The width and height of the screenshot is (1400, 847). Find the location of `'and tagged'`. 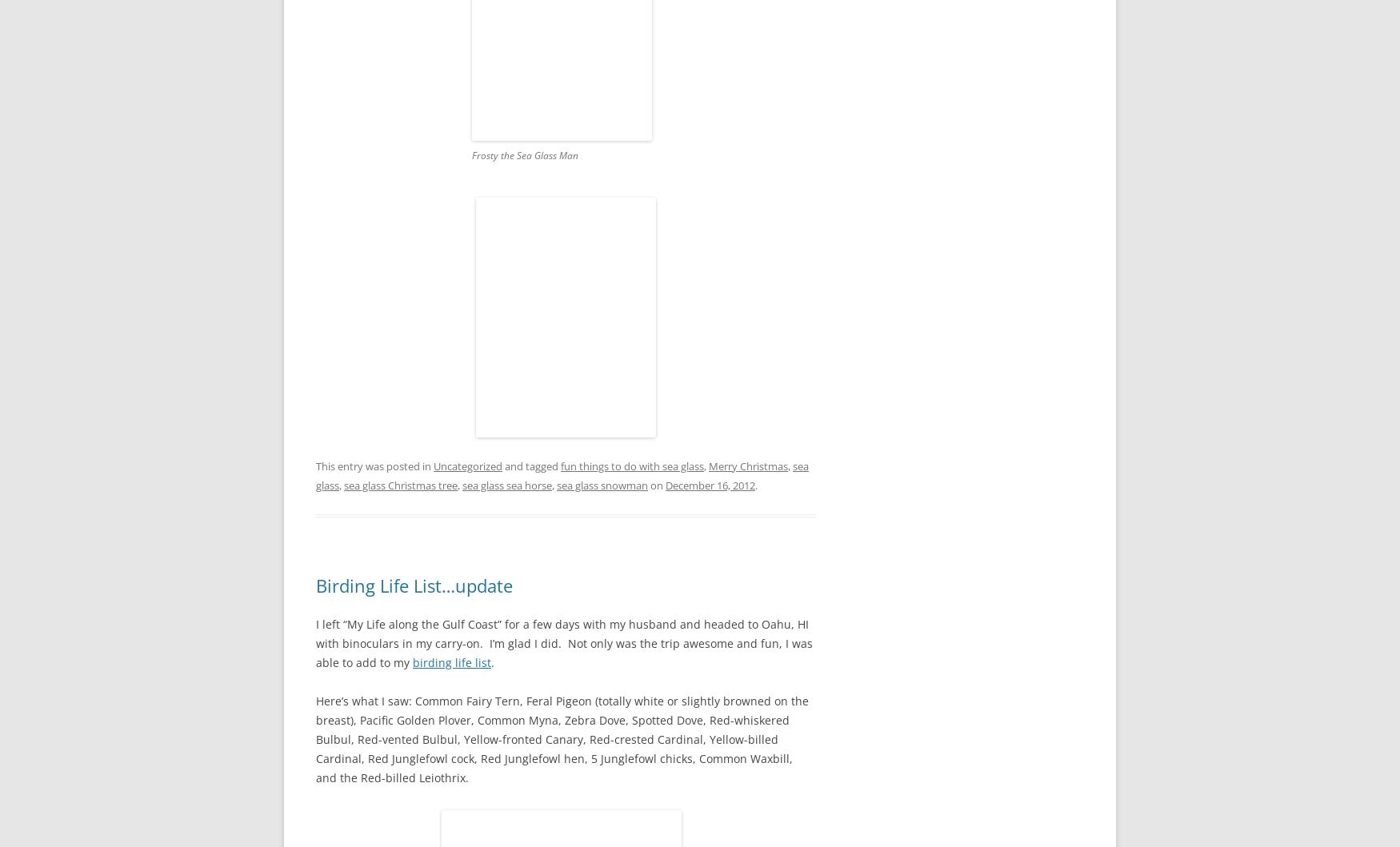

'and tagged' is located at coordinates (530, 465).